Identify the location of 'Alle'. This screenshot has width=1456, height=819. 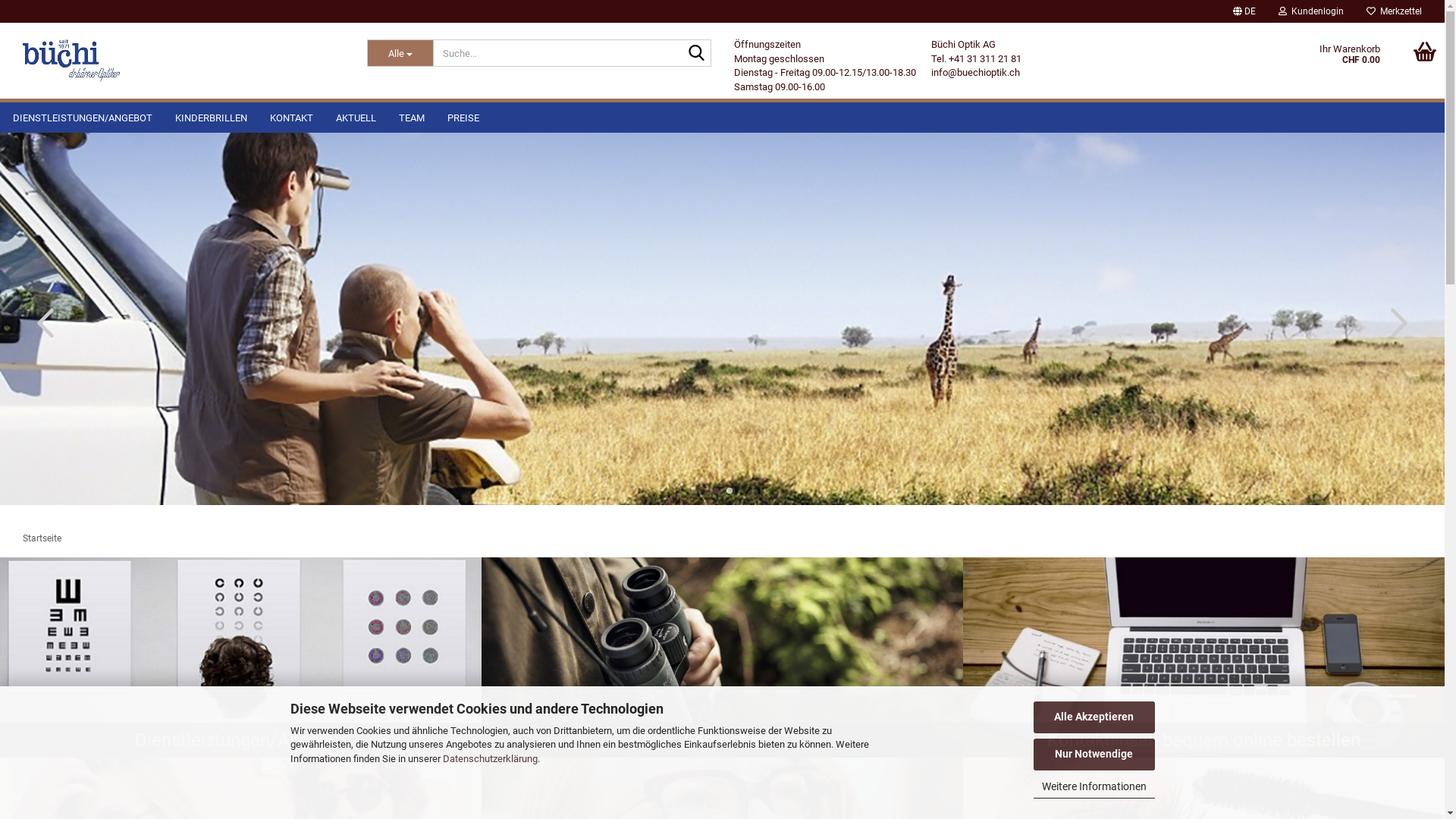
(400, 52).